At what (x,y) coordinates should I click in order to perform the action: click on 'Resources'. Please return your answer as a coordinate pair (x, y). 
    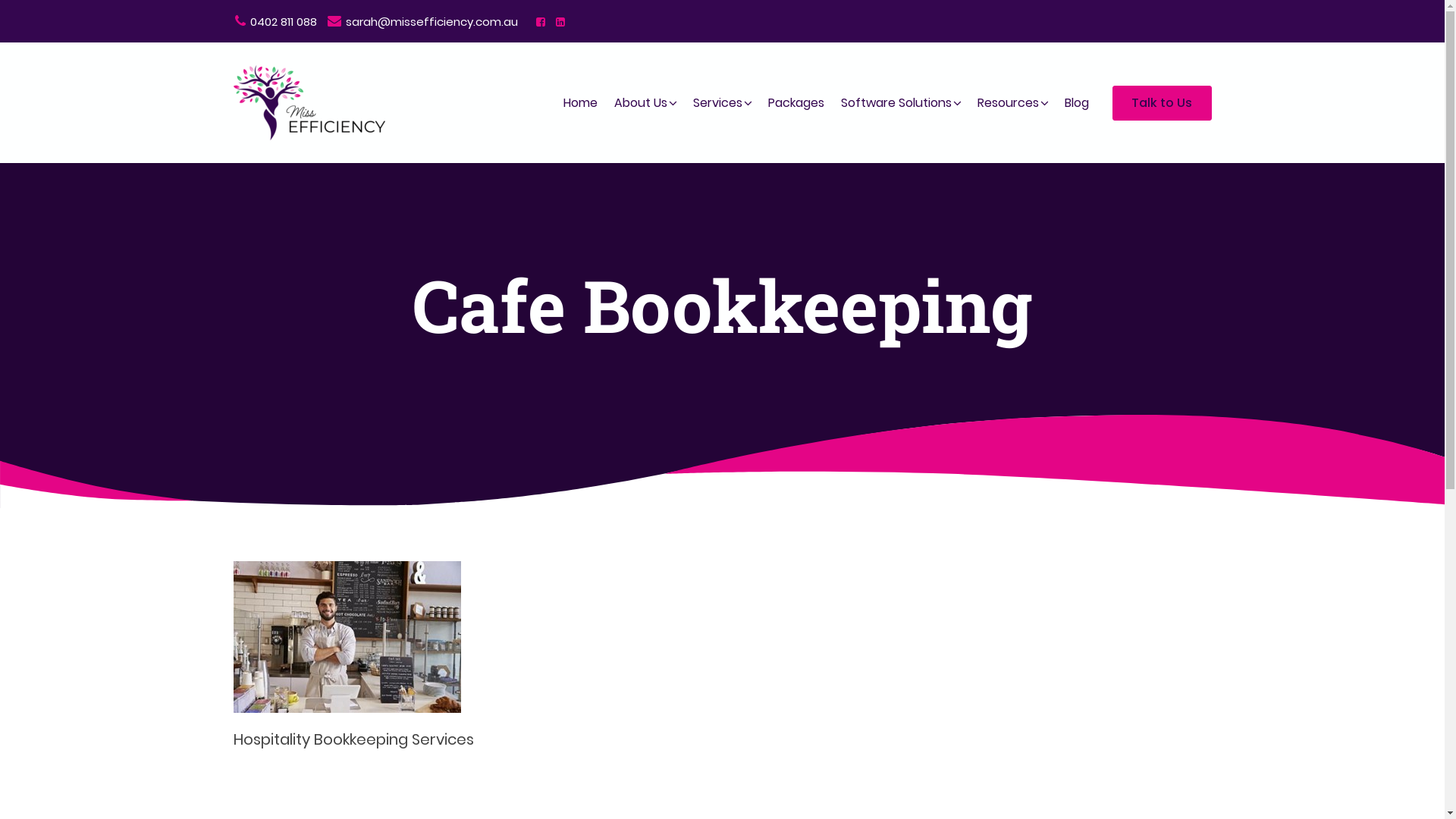
    Looking at the image, I should click on (973, 102).